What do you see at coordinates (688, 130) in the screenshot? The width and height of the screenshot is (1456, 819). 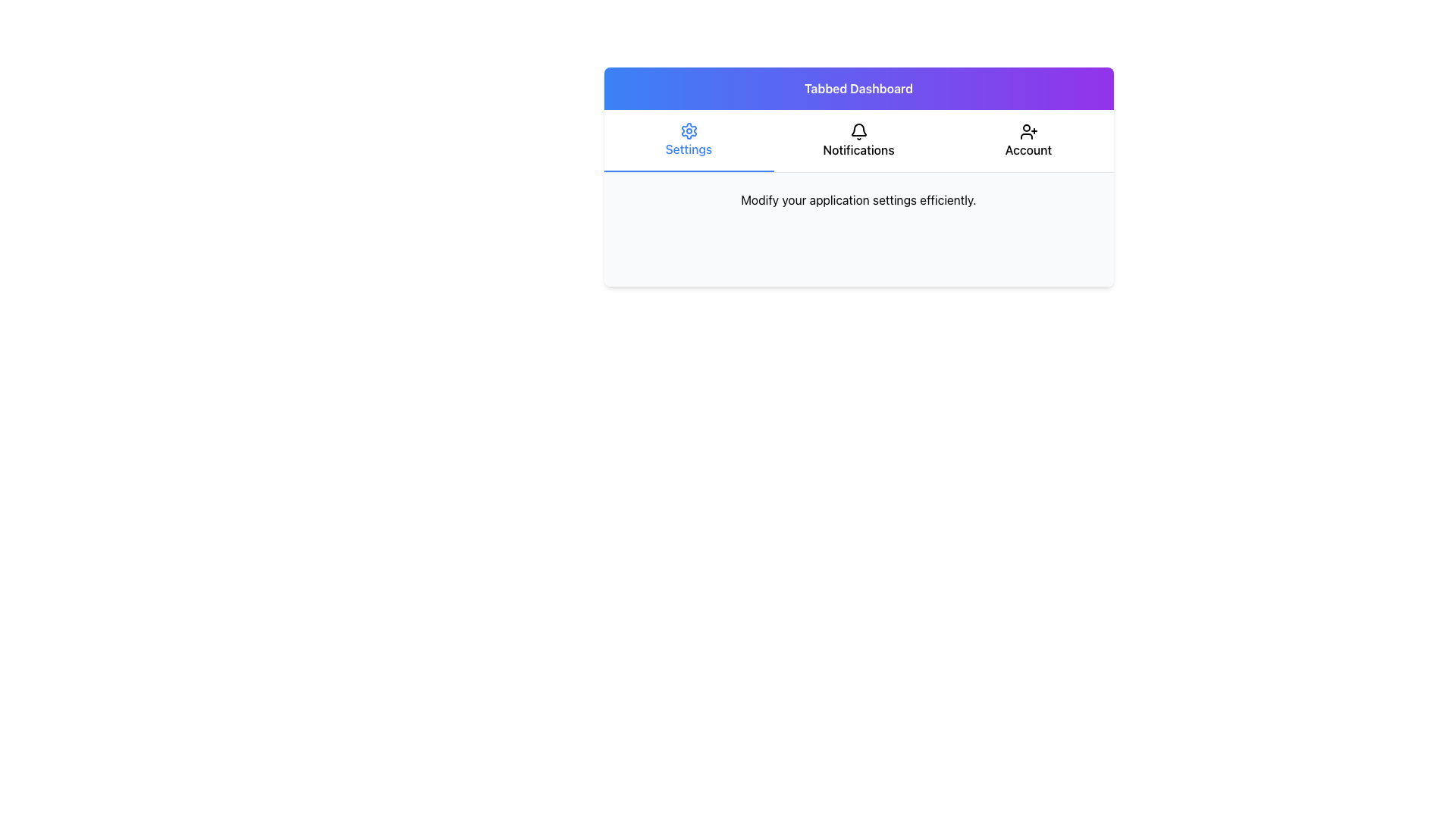 I see `the first icon on the left in the navigation bar` at bounding box center [688, 130].